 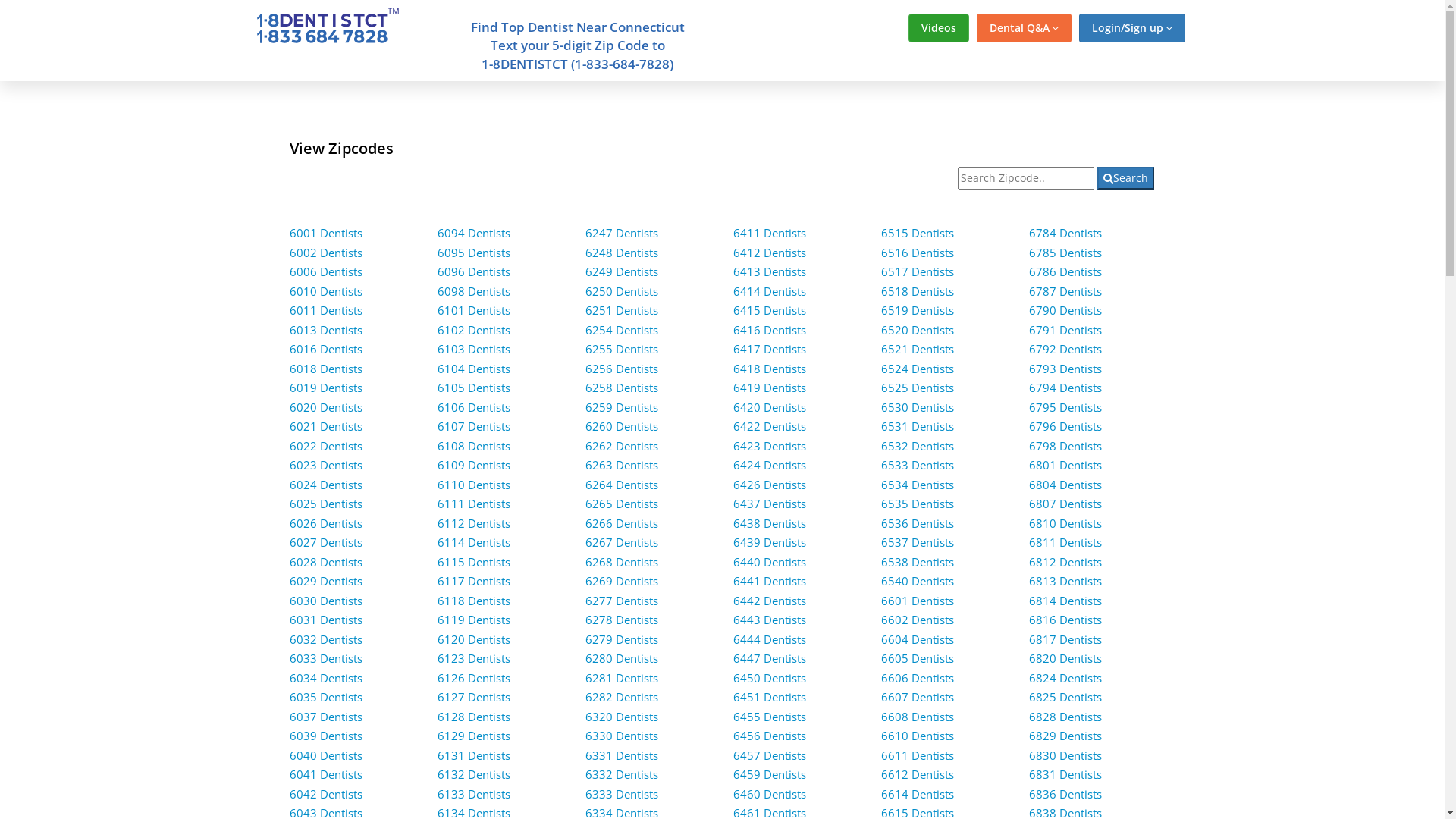 I want to click on '6033 Dentists', so click(x=290, y=657).